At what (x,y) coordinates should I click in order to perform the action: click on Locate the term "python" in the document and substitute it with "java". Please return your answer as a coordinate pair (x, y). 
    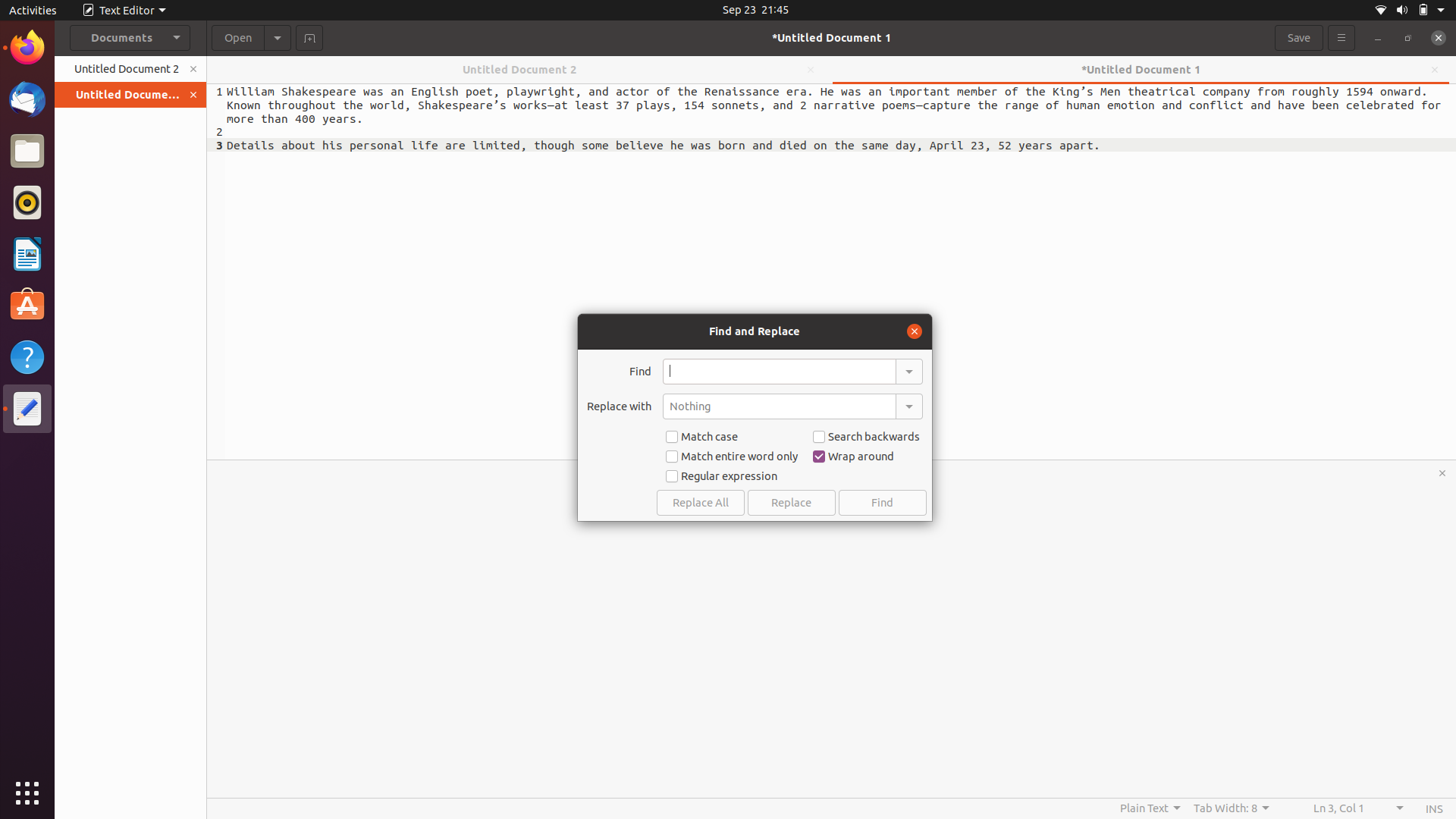
    Looking at the image, I should click on (779, 371).